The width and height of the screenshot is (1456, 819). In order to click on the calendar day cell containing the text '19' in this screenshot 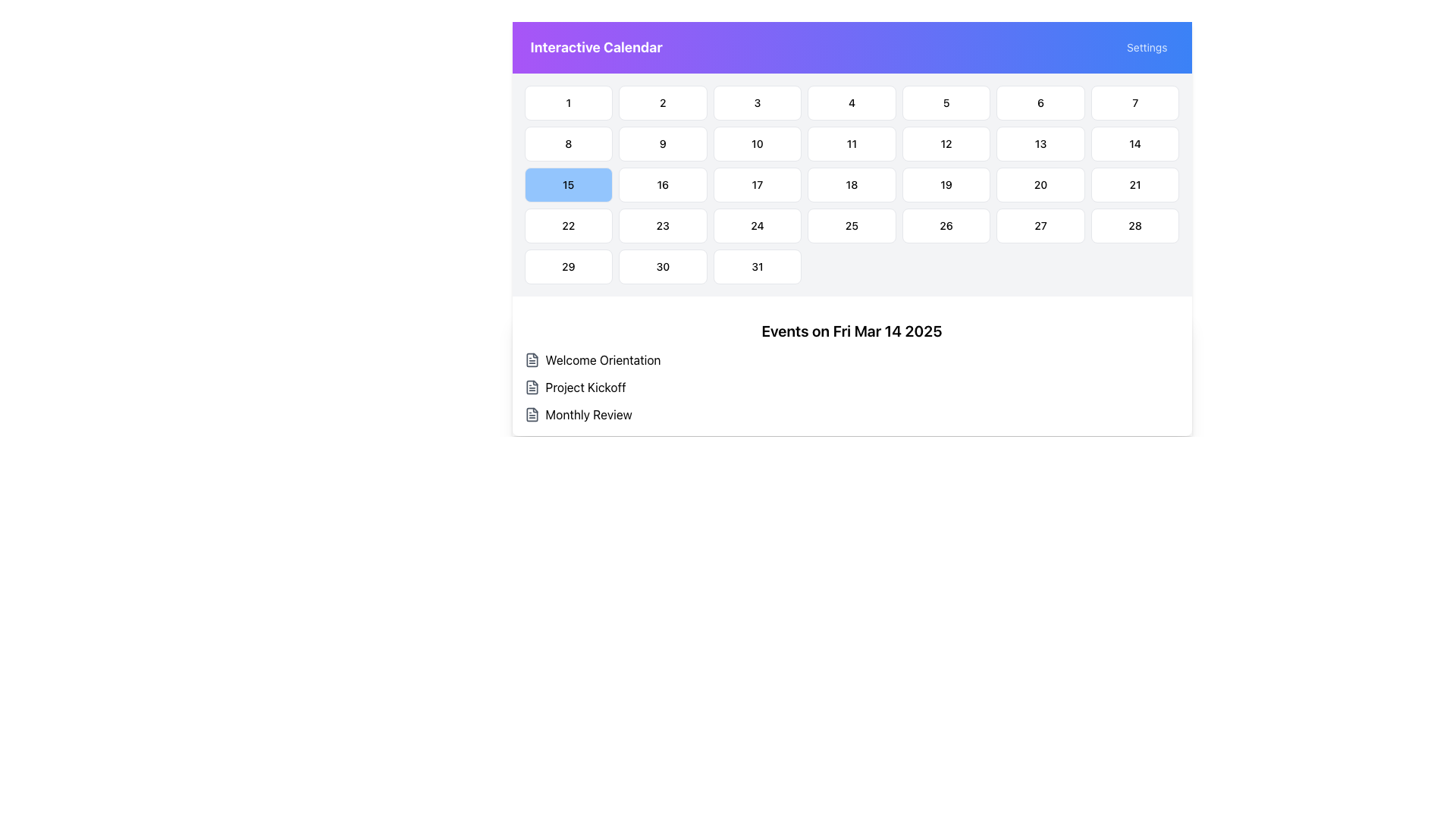, I will do `click(946, 184)`.